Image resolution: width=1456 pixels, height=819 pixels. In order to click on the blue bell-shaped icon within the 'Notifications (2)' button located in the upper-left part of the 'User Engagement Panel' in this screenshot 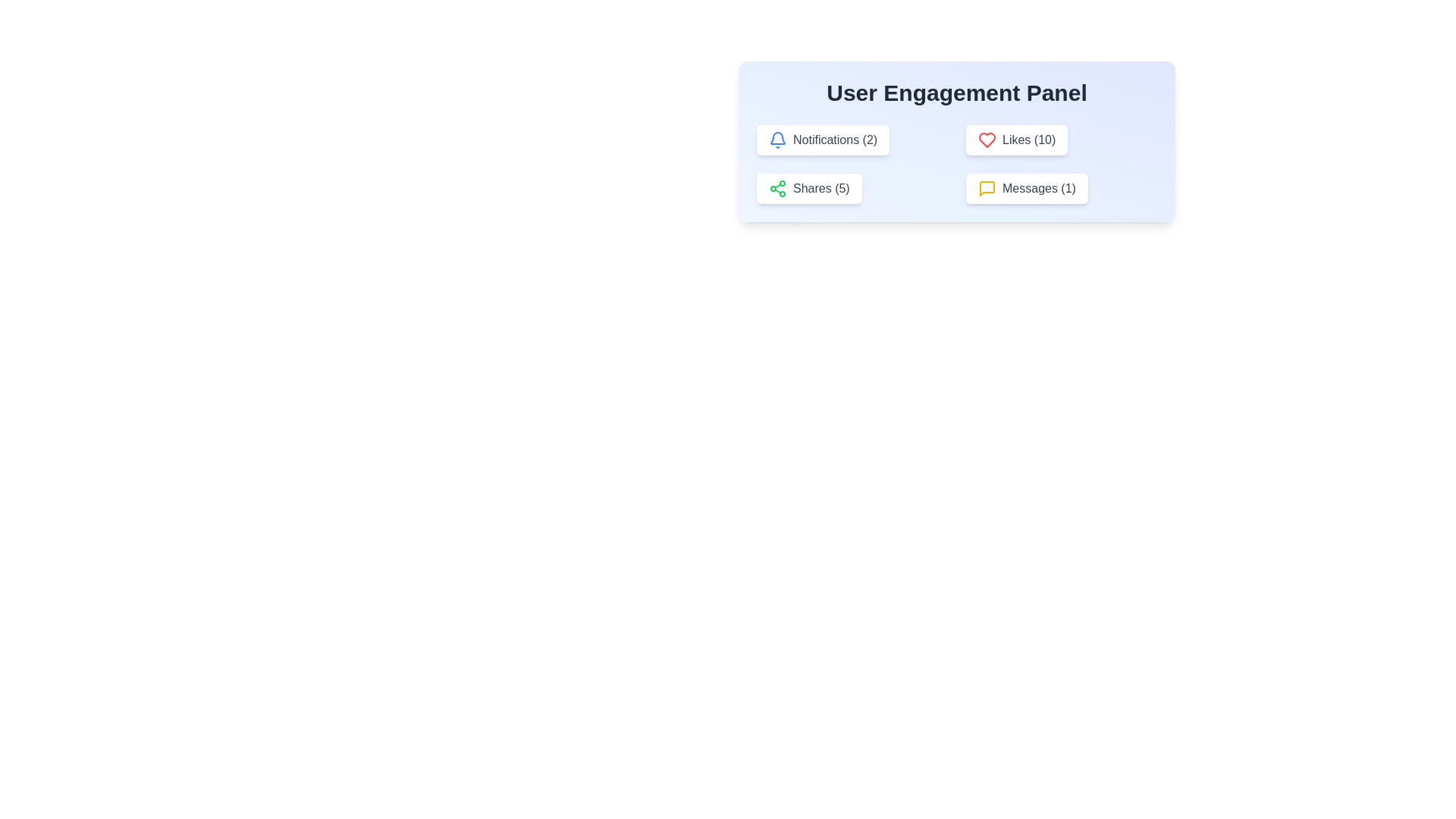, I will do `click(778, 140)`.